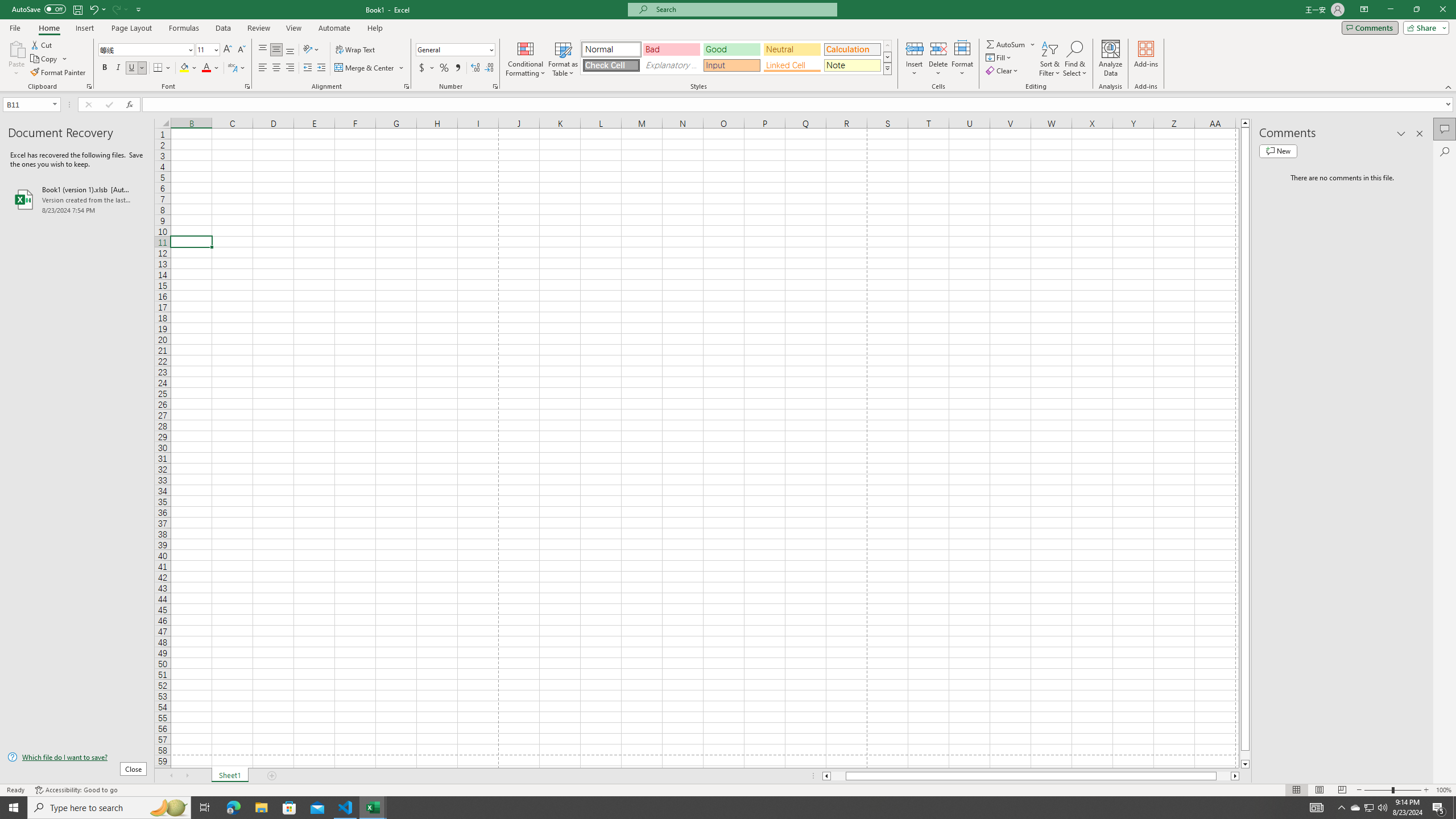 The height and width of the screenshot is (819, 1456). I want to click on 'Linked Cell', so click(791, 65).